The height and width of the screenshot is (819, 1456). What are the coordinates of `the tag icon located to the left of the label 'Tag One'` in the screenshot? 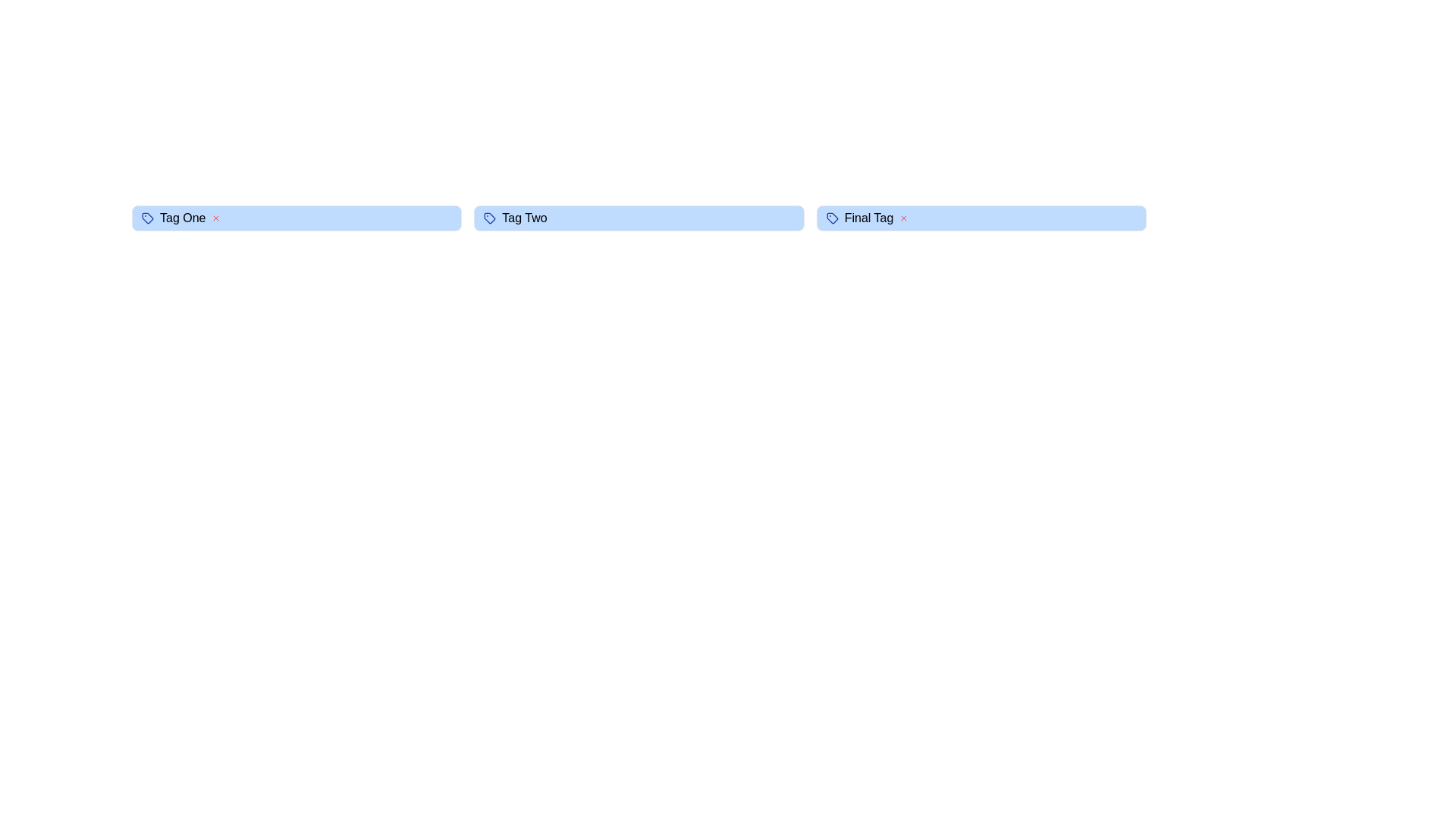 It's located at (148, 218).